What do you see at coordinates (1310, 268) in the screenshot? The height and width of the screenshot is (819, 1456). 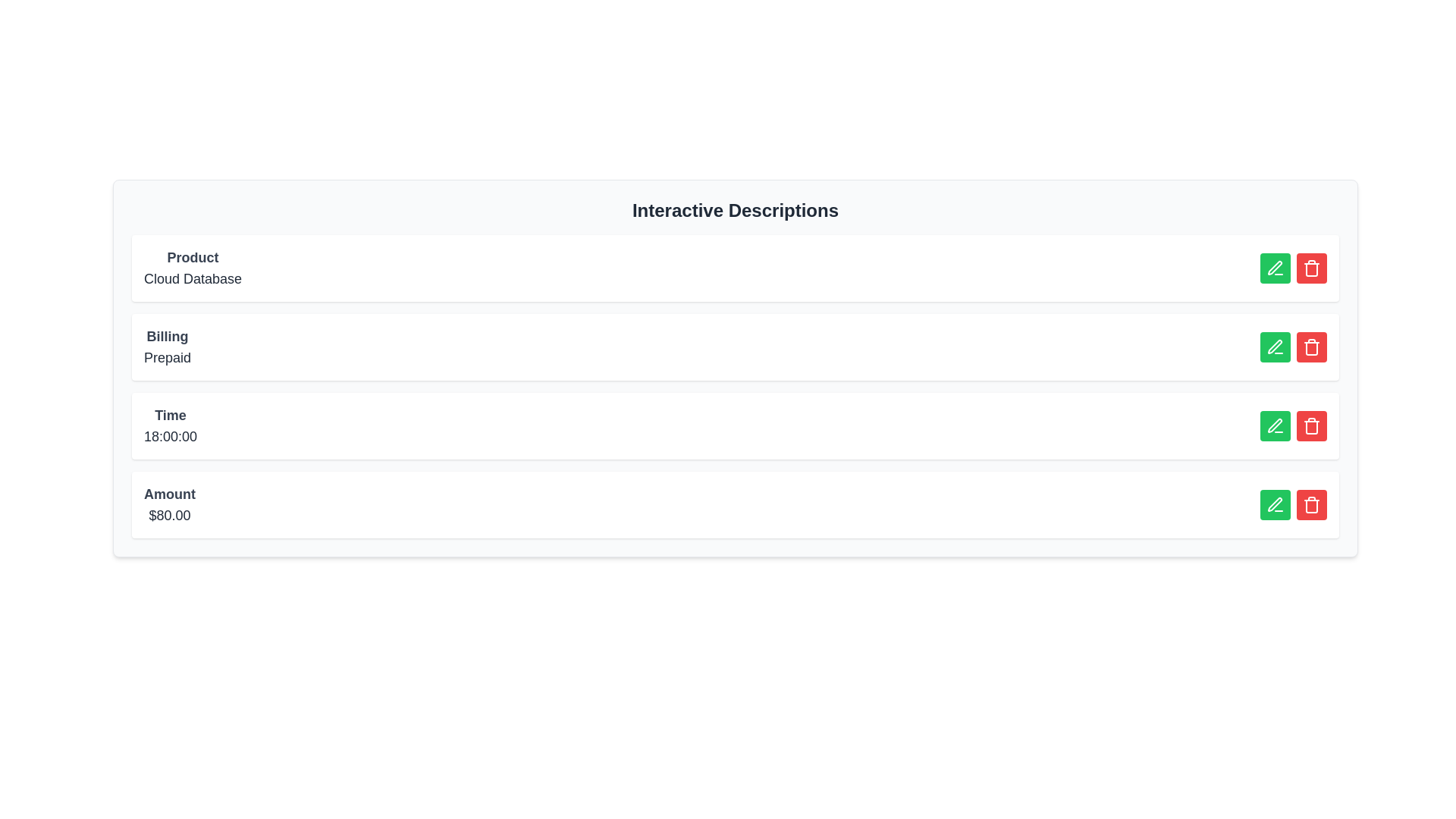 I see `the delete button, which is the second button in a group of two located on the right-hand side of each row` at bounding box center [1310, 268].